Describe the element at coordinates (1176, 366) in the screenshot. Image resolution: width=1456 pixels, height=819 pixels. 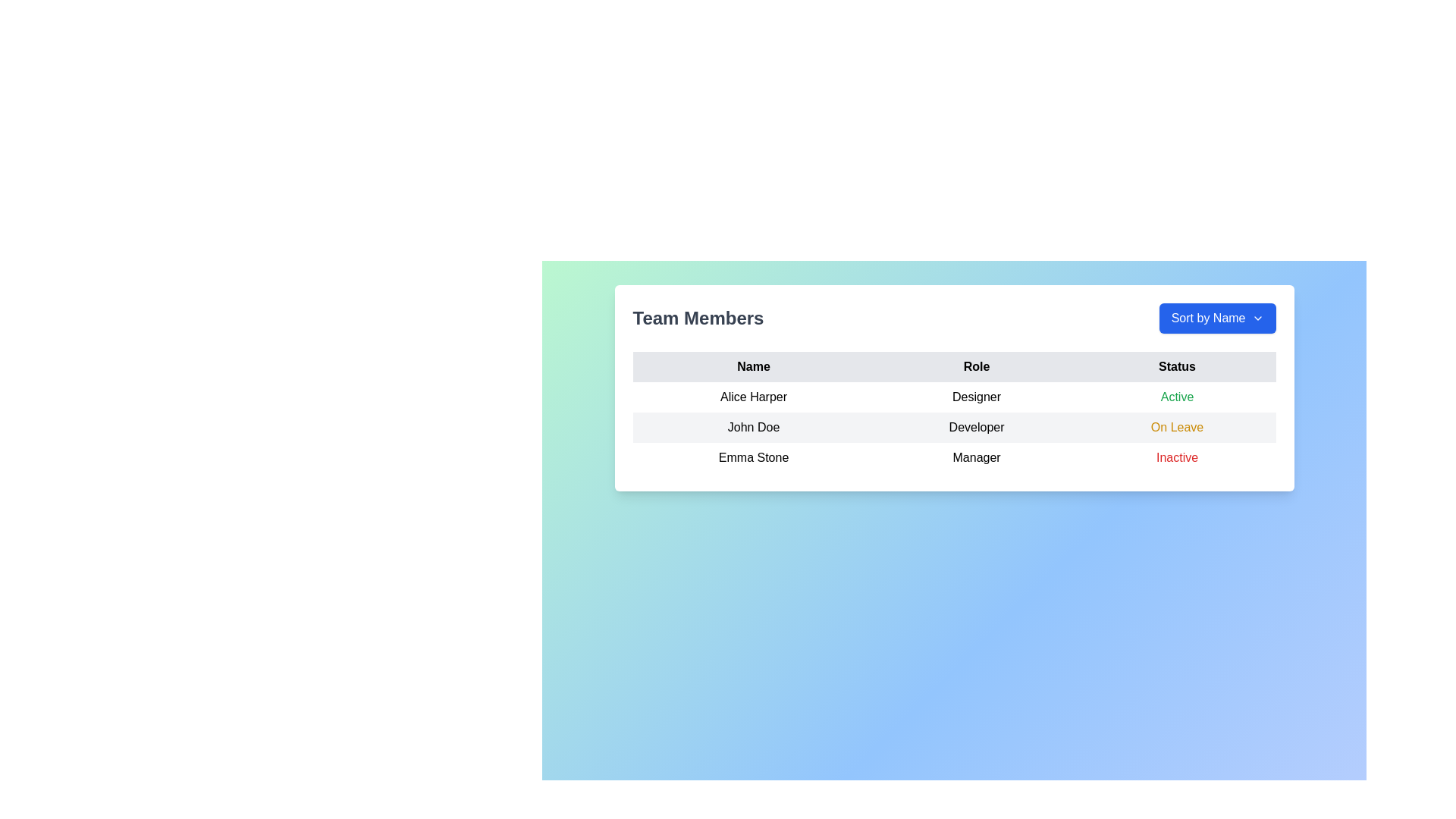
I see `the Table Header Cell labeled 'Status', which is the third item in a horizontal row within the header of the table, styled with a black bold font on a light gray background` at that location.